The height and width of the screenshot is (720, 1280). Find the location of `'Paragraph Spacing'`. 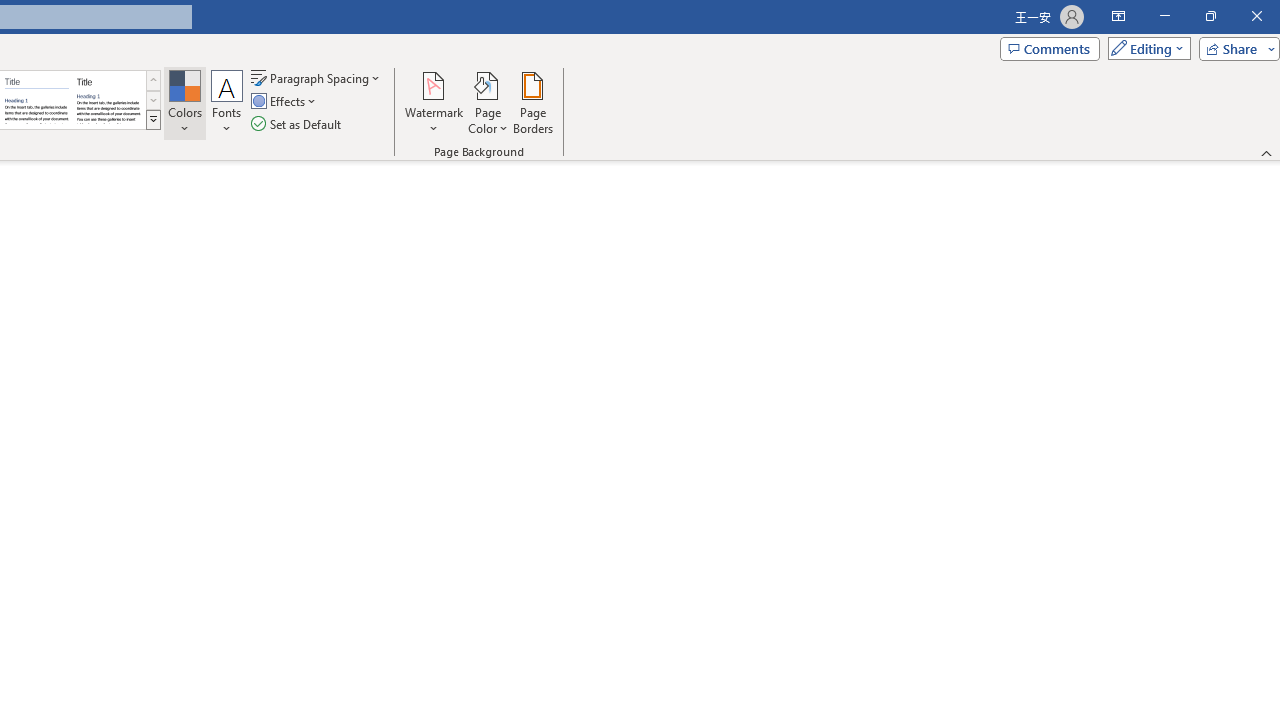

'Paragraph Spacing' is located at coordinates (316, 77).